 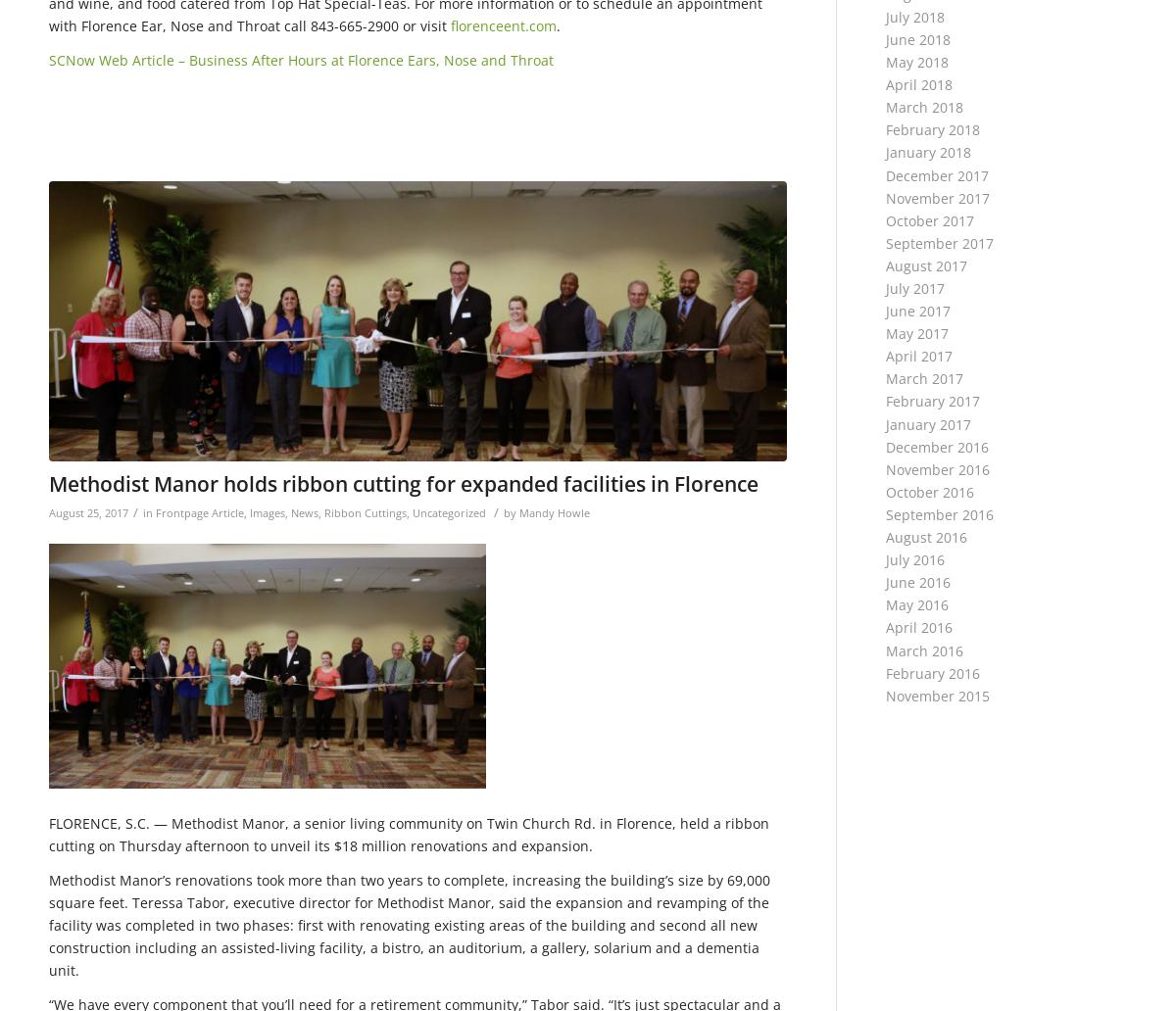 What do you see at coordinates (932, 671) in the screenshot?
I see `'February 2016'` at bounding box center [932, 671].